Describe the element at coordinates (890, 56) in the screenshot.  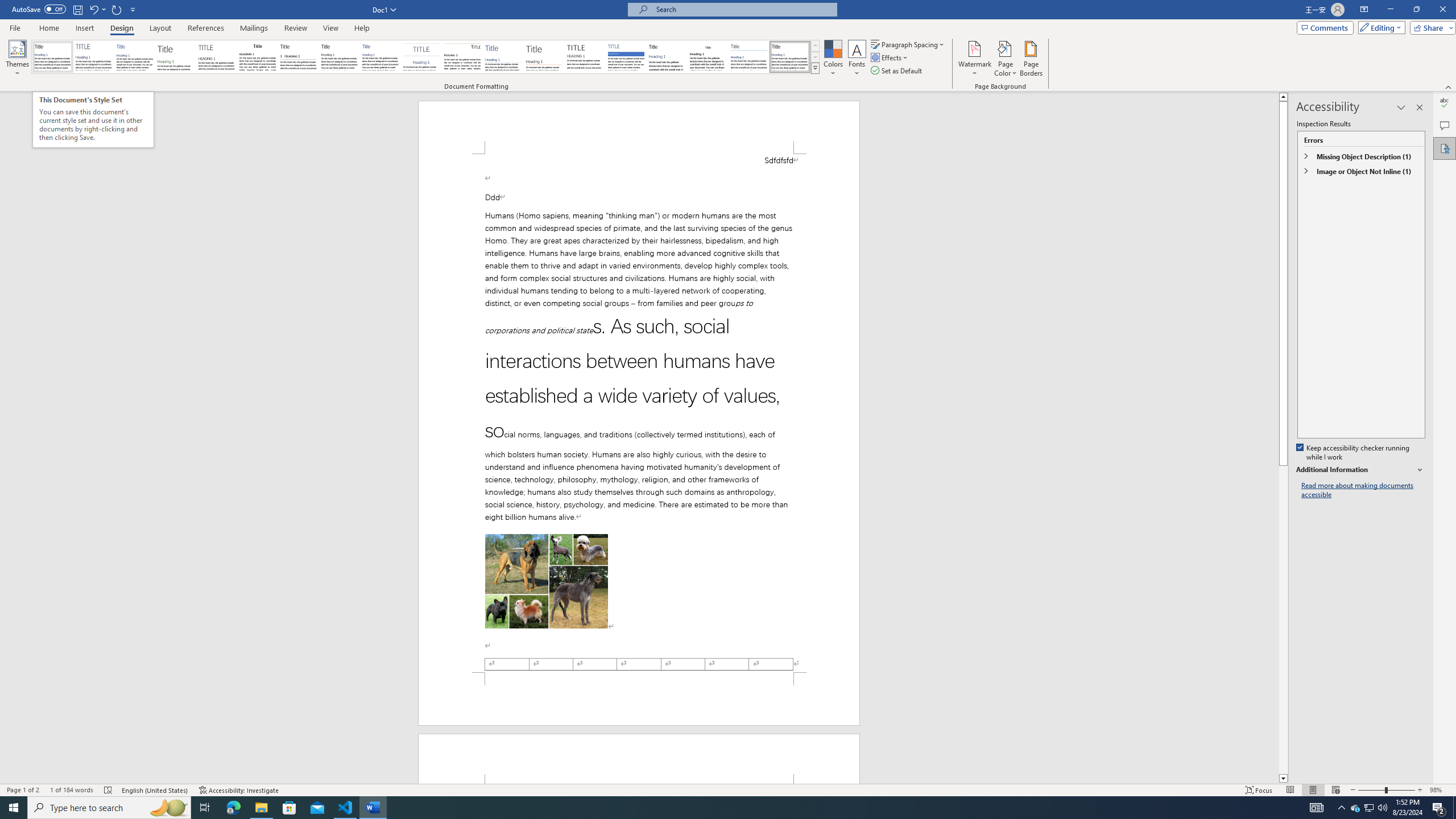
I see `'Effects'` at that location.